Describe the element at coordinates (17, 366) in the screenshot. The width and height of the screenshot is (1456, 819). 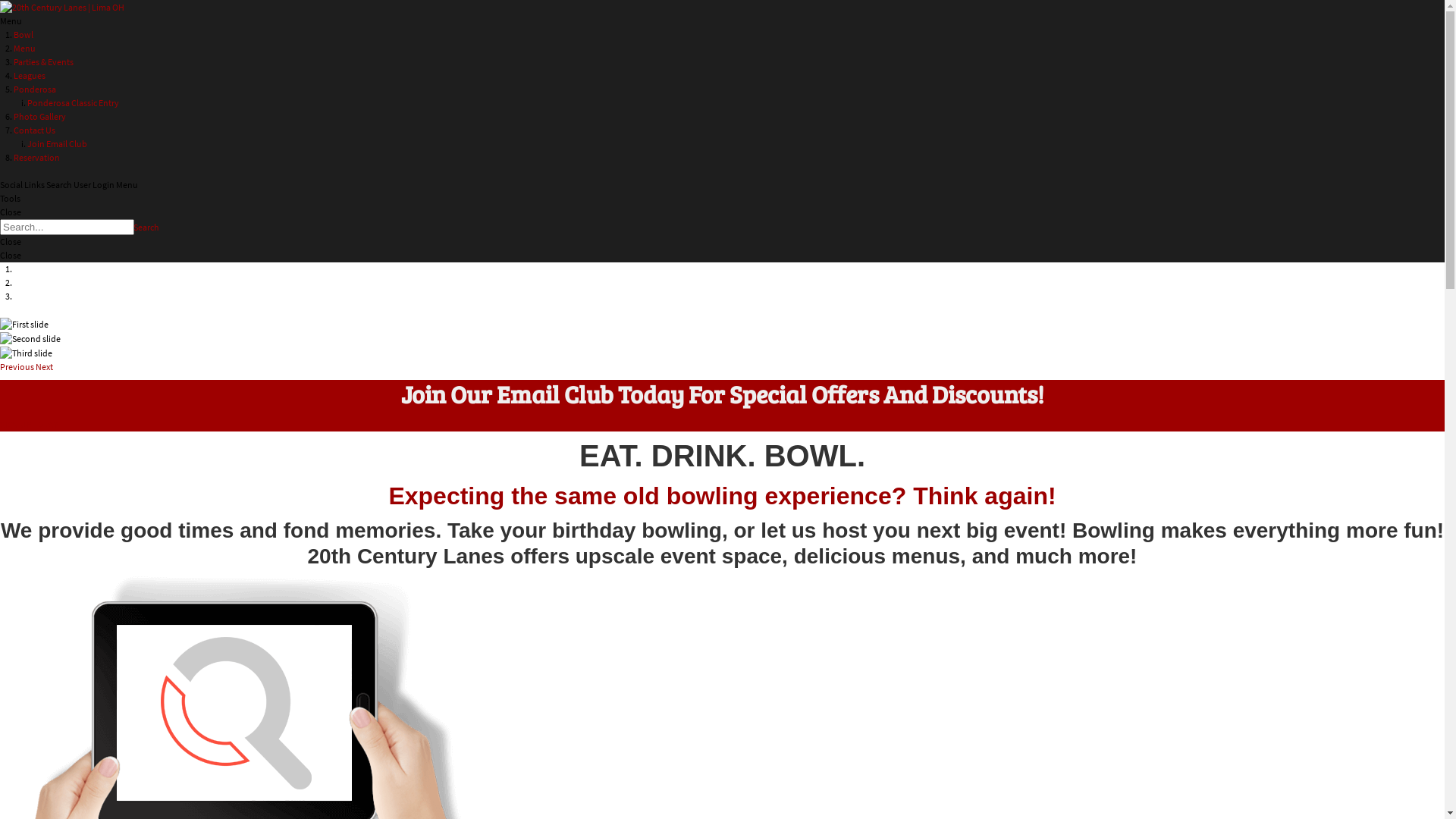
I see `'Previous'` at that location.